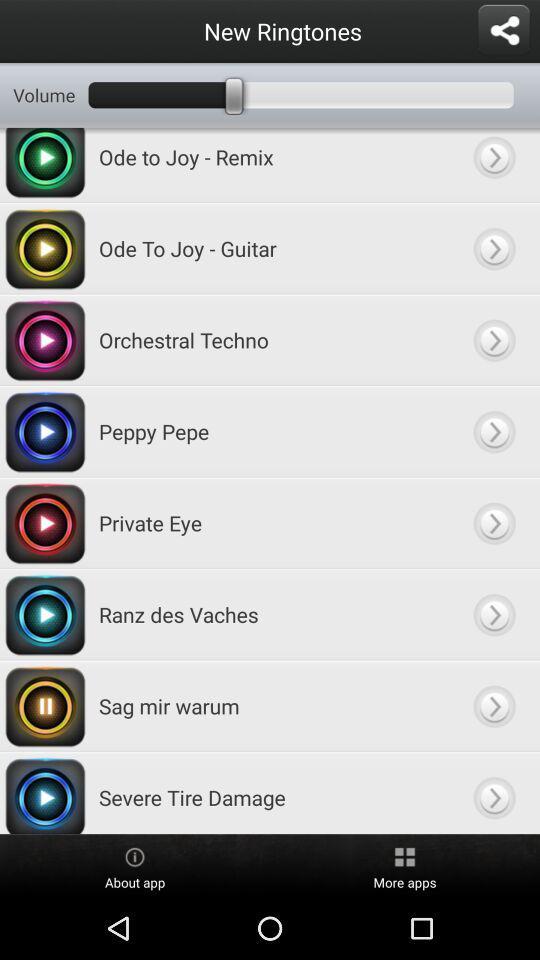 The width and height of the screenshot is (540, 960). Describe the element at coordinates (493, 522) in the screenshot. I see `forwad` at that location.